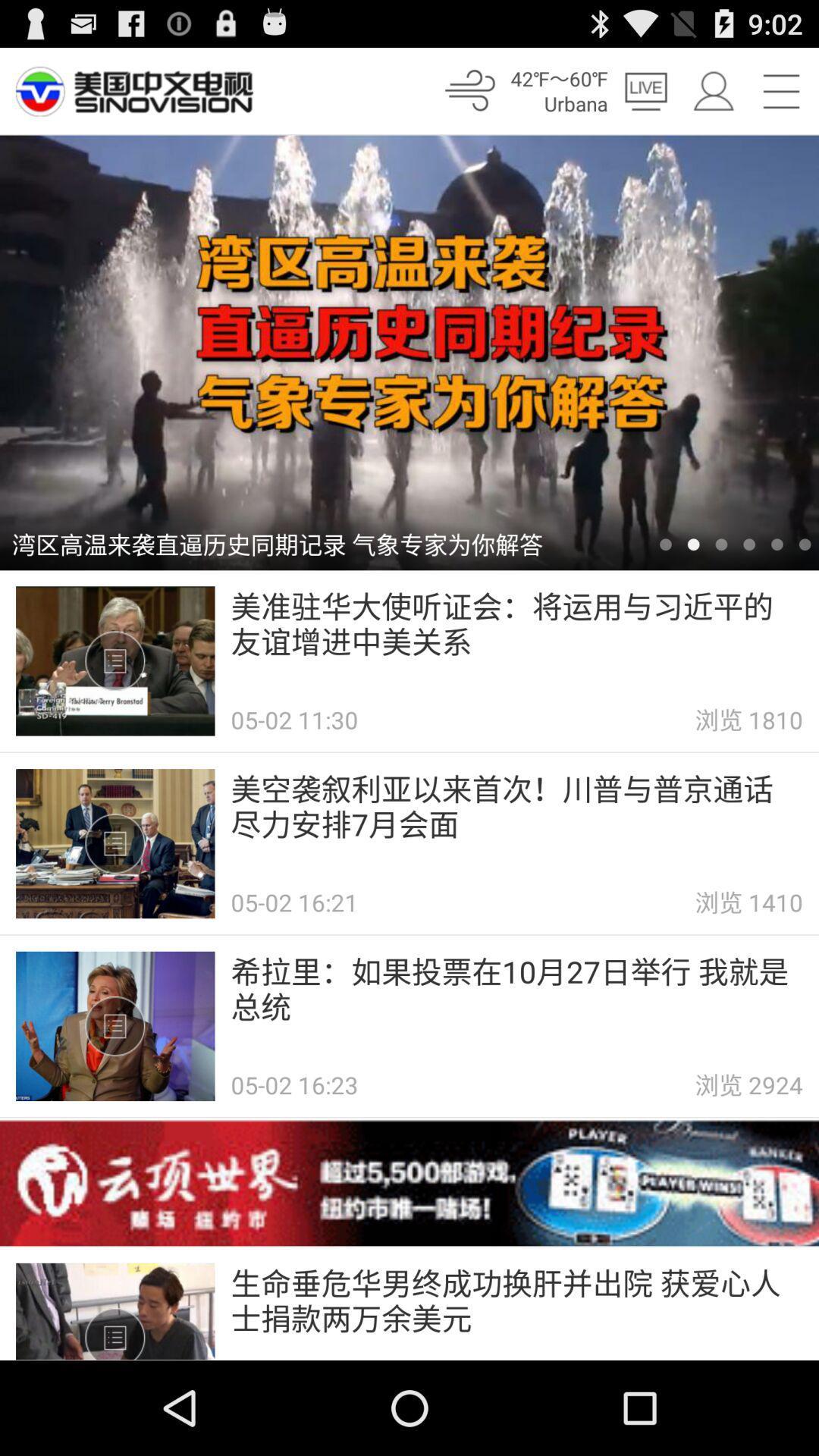 The width and height of the screenshot is (819, 1456). What do you see at coordinates (781, 97) in the screenshot?
I see `the menu icon` at bounding box center [781, 97].